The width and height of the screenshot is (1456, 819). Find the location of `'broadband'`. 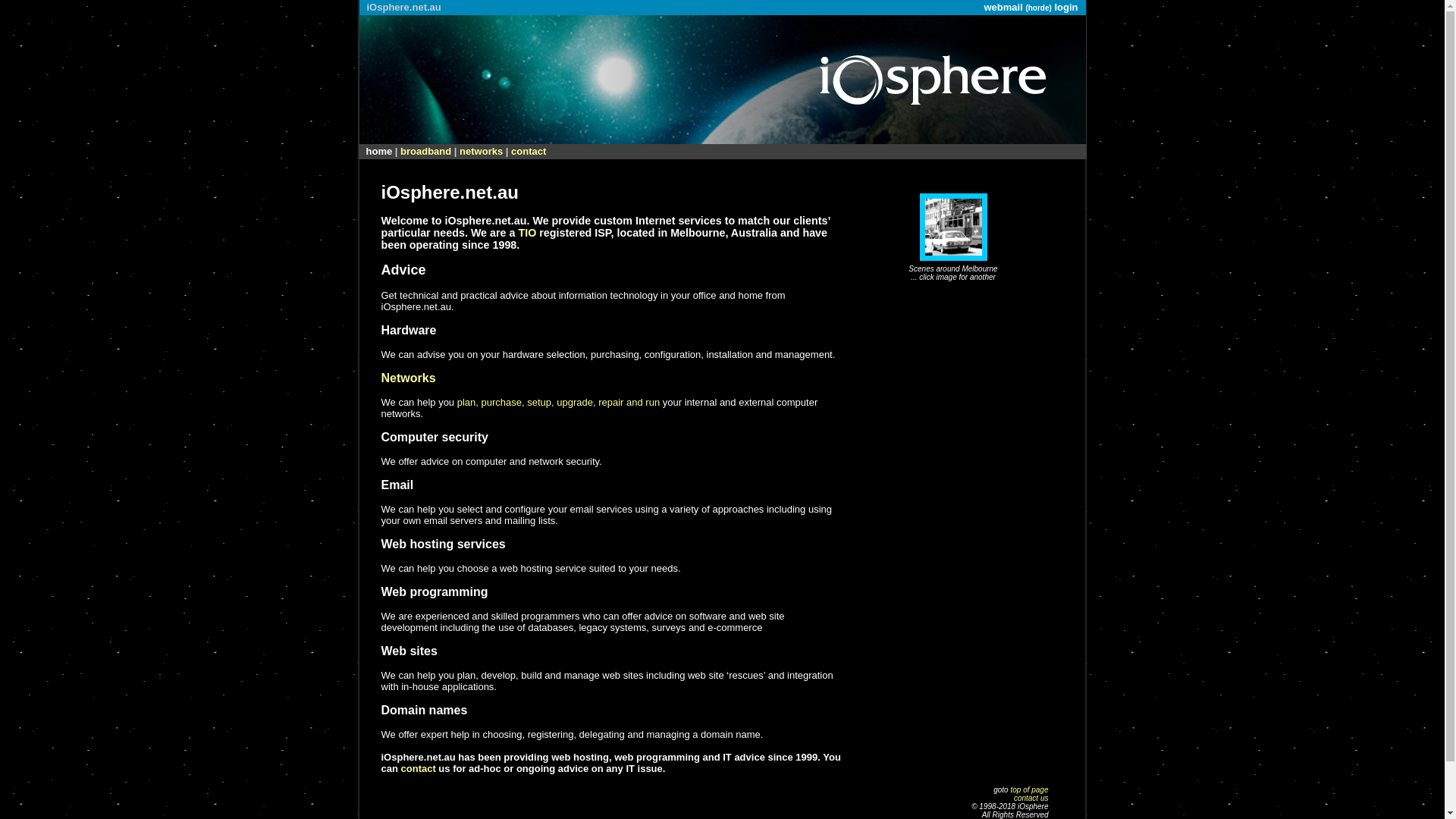

'broadband' is located at coordinates (425, 151).